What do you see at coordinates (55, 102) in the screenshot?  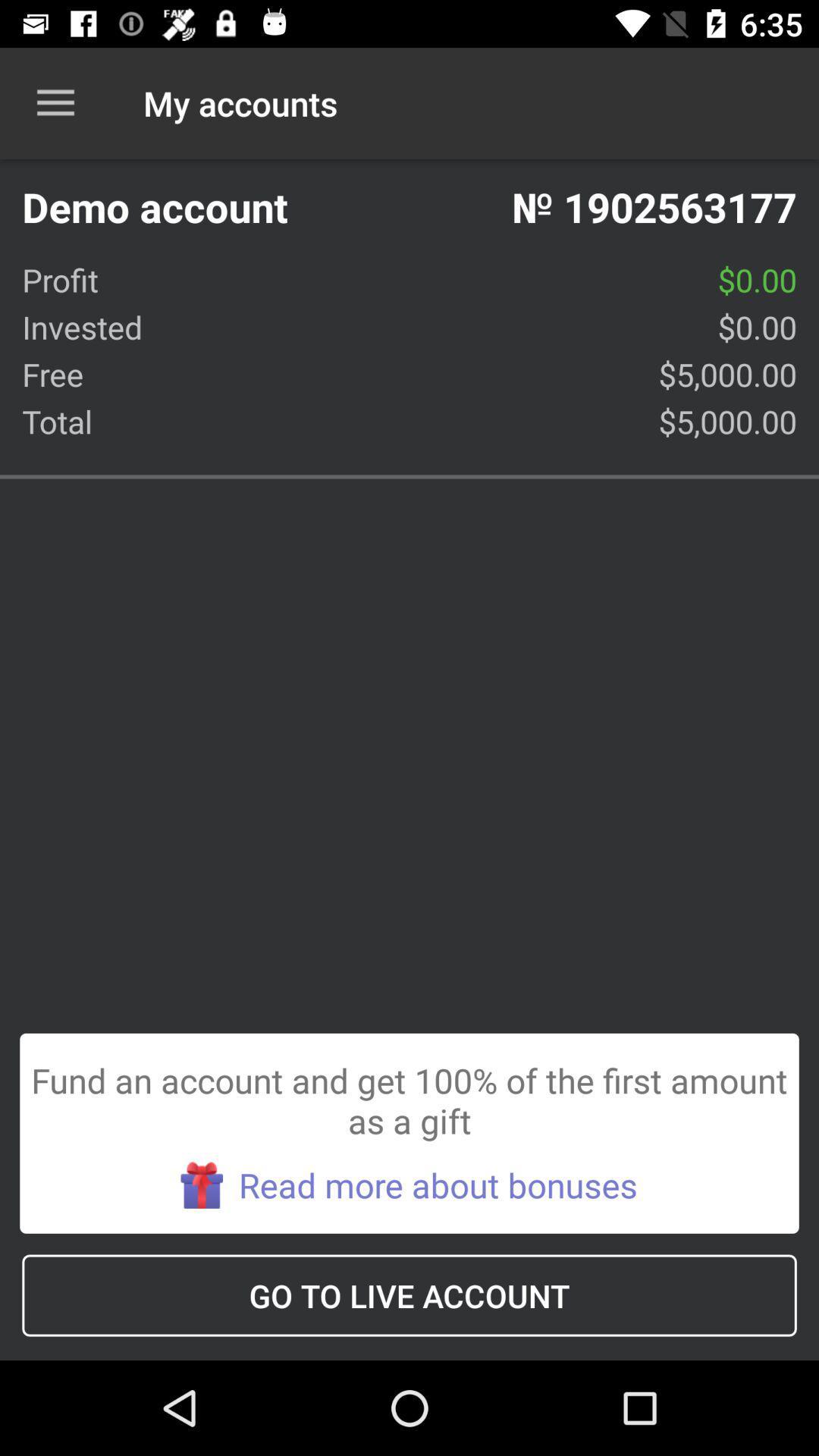 I see `the icon to the left of the my accounts item` at bounding box center [55, 102].